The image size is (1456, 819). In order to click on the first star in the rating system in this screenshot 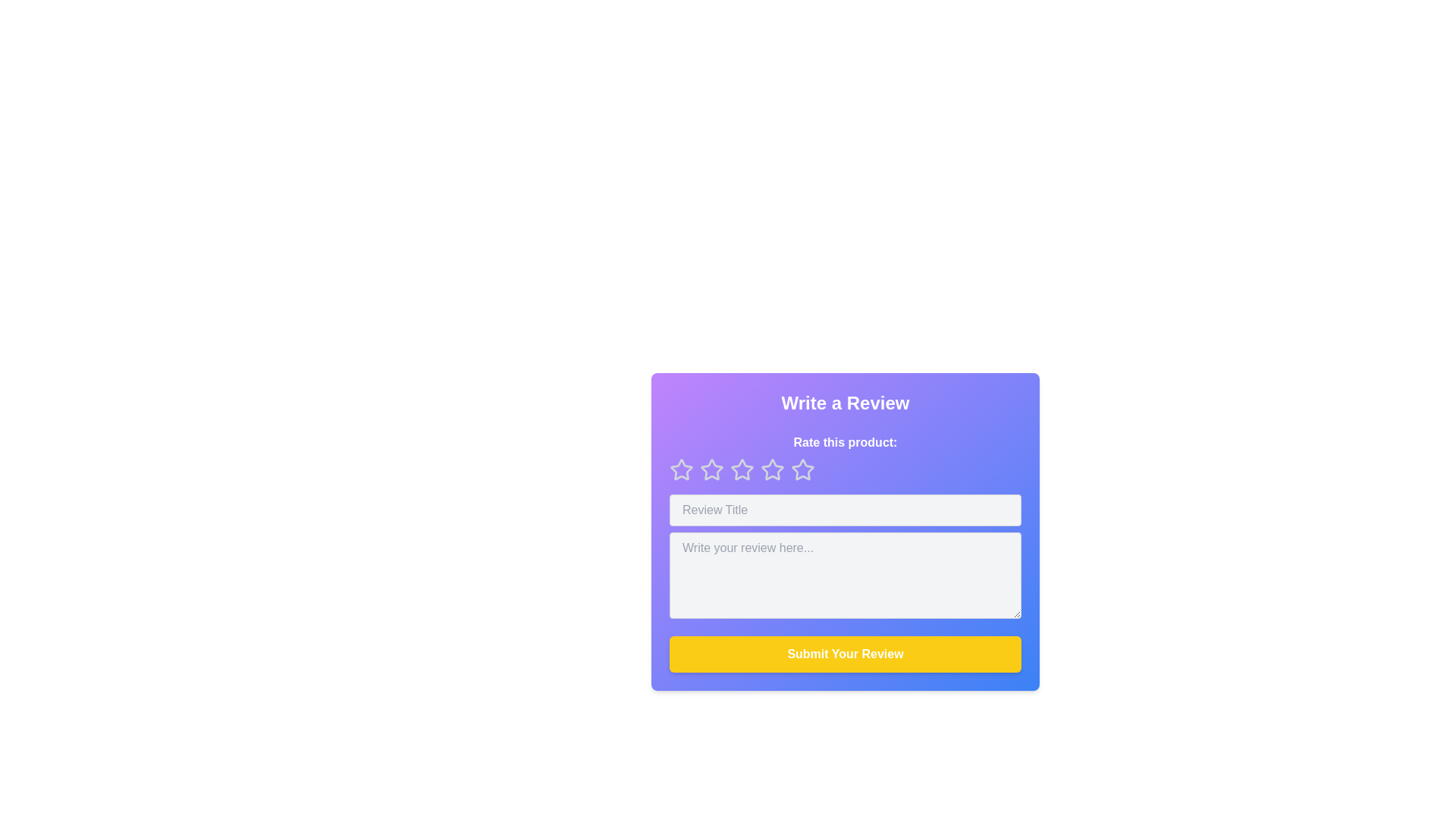, I will do `click(680, 469)`.